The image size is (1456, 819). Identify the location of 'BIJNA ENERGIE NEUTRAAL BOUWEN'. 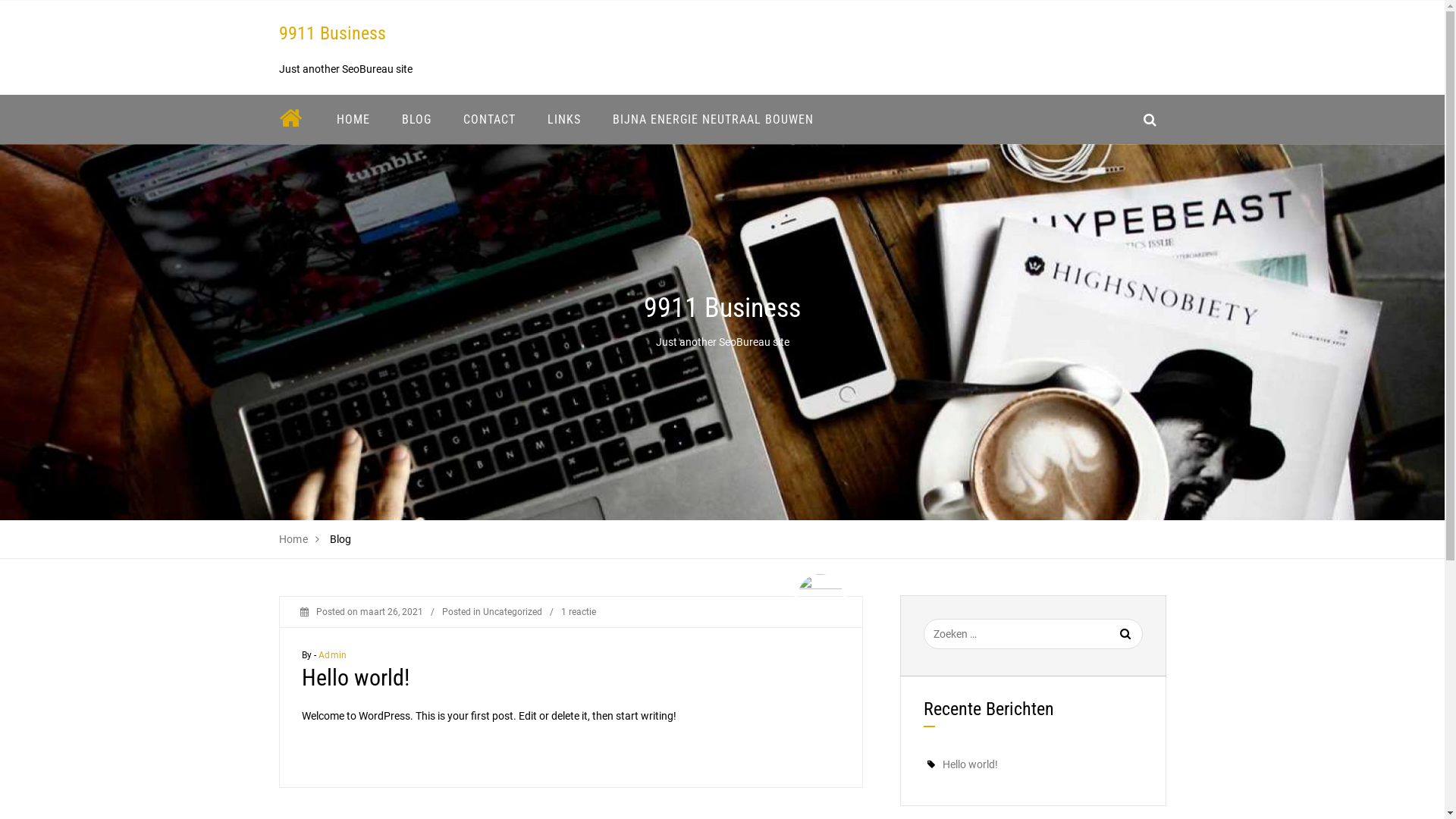
(711, 118).